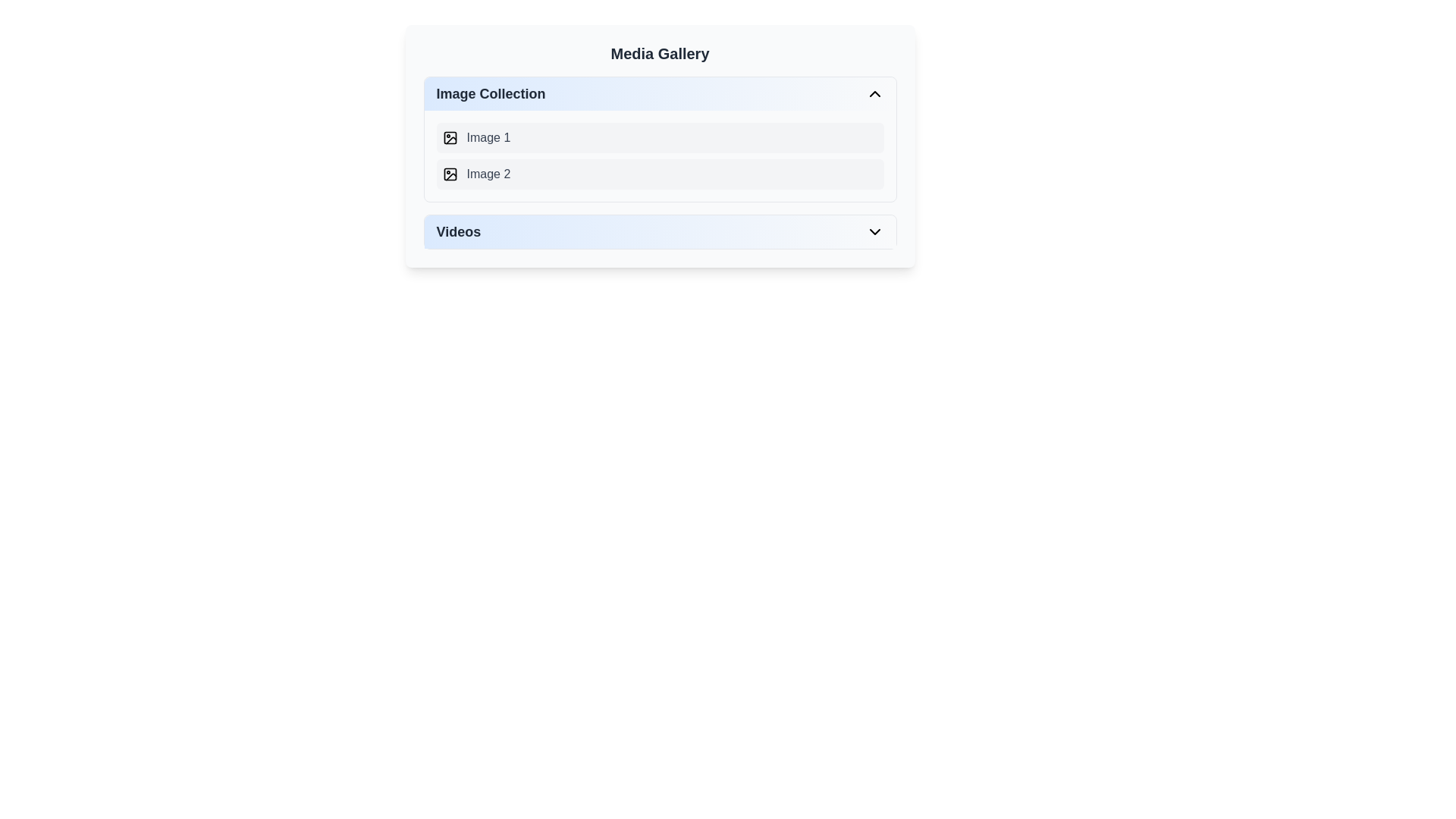 The height and width of the screenshot is (819, 1456). What do you see at coordinates (488, 174) in the screenshot?
I see `the text label describing an image in the 'Image Collection' list, which is the second item and located to the right of an image placeholder icon` at bounding box center [488, 174].